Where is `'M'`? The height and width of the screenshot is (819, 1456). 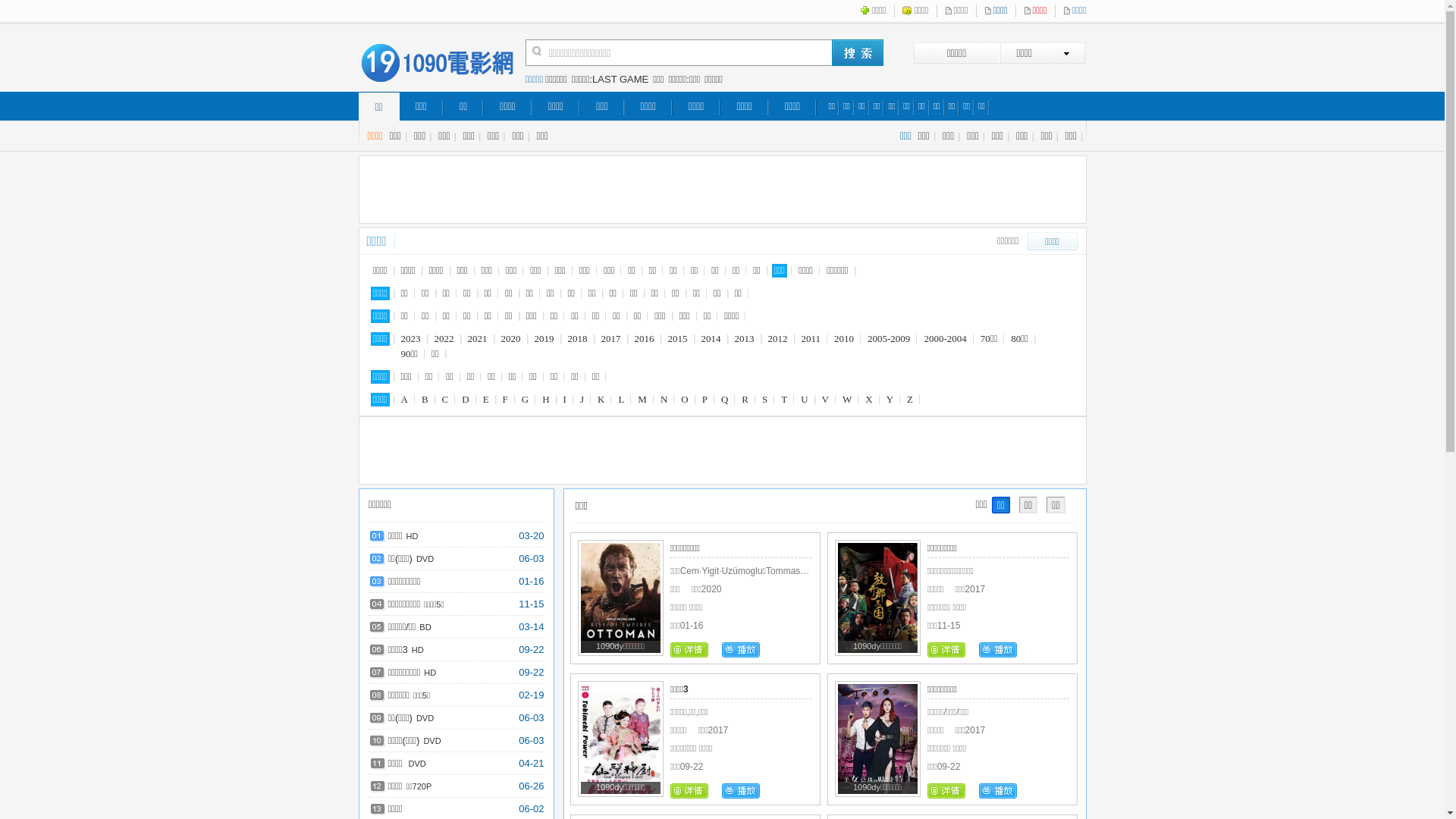
'M' is located at coordinates (635, 399).